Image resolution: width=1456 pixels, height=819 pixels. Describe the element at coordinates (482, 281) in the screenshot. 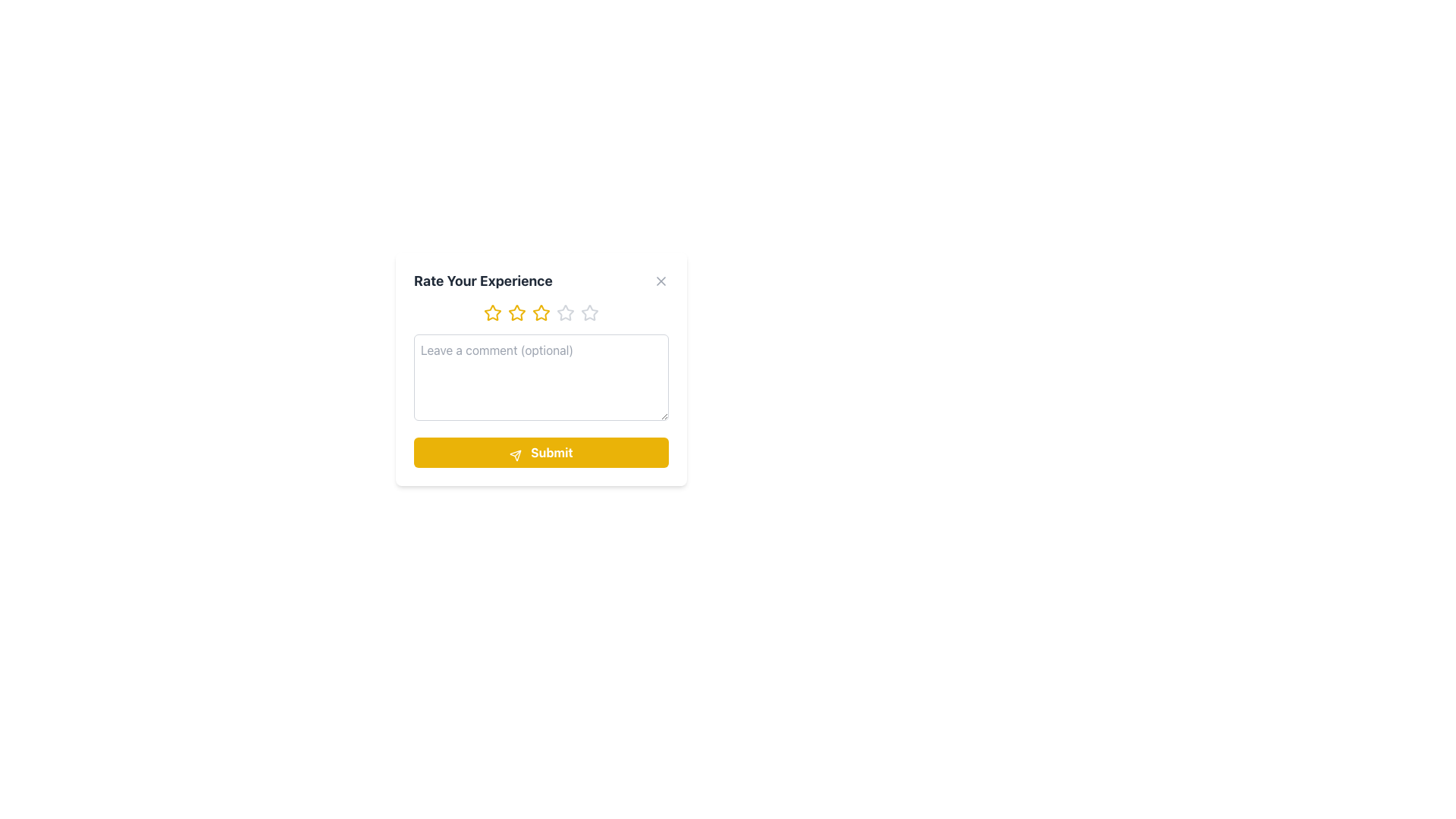

I see `the text label that says 'Rate Your Experience', which is styled in bold and larger font size with dark gray color, positioned at the top of the component above the rating stars and comment box` at that location.